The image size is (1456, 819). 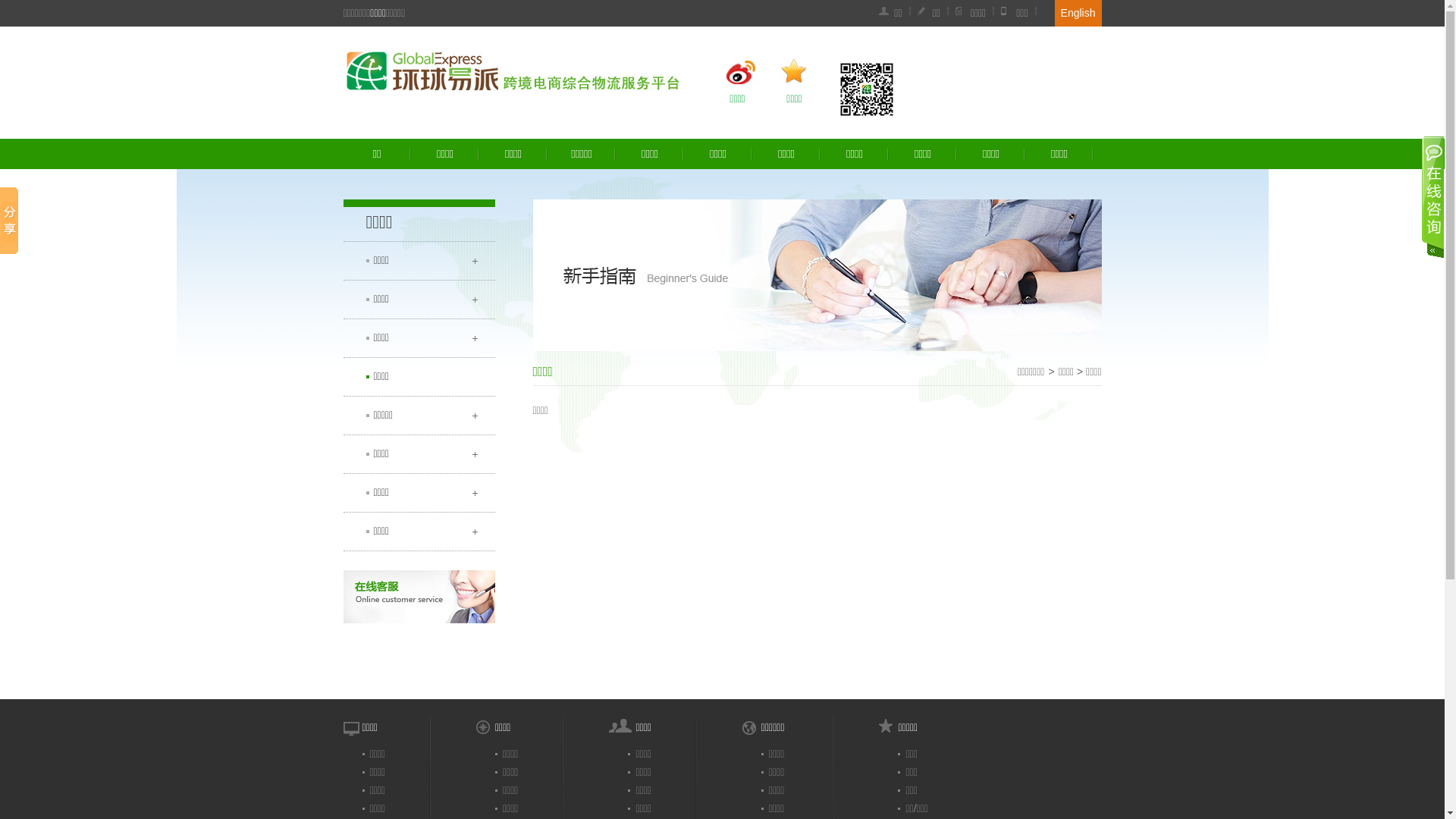 I want to click on 'English', so click(x=1077, y=12).